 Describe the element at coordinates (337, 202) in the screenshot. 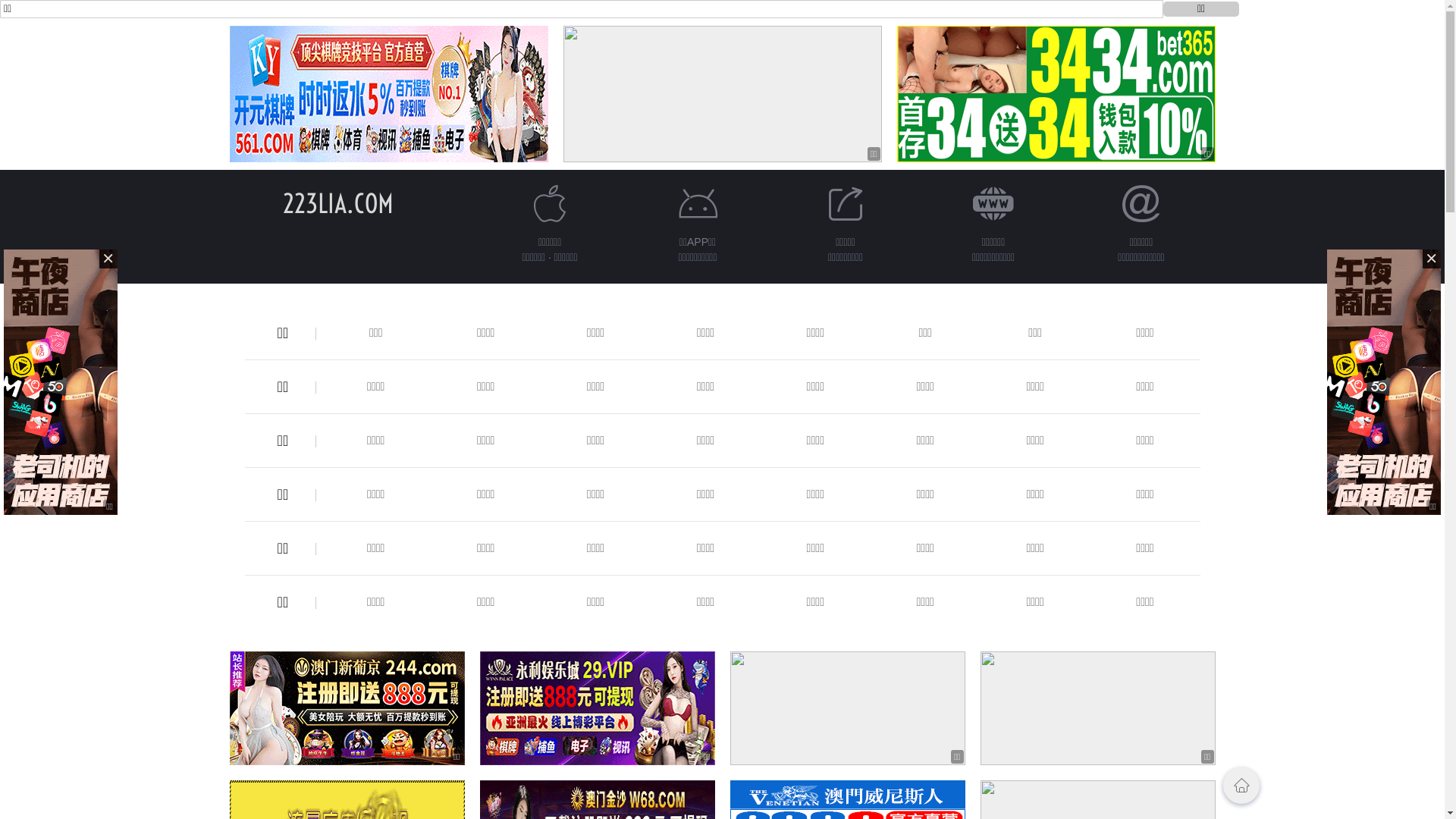

I see `'223LIA.COM'` at that location.